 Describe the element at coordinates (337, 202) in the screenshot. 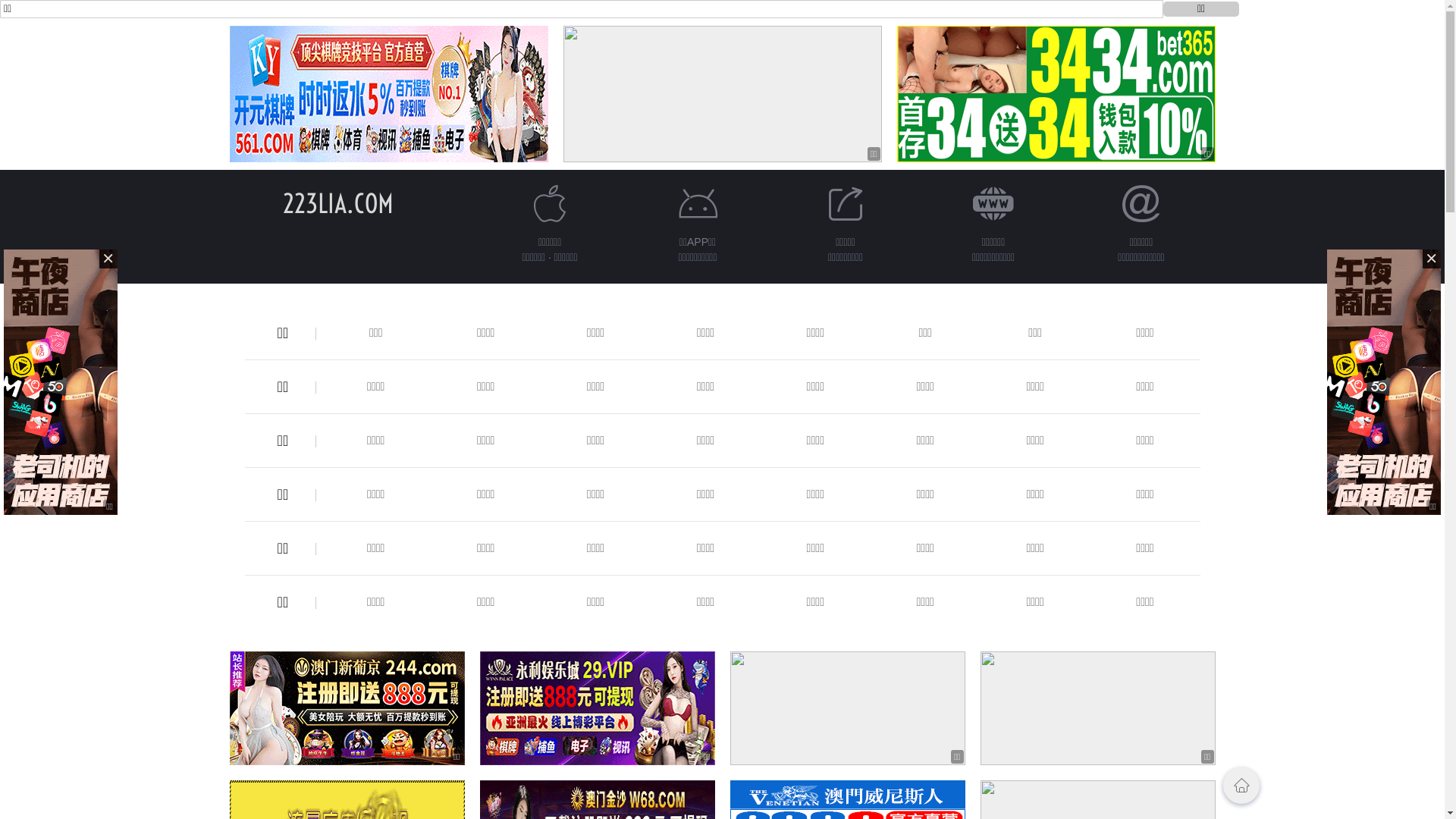

I see `'223LIA.COM'` at that location.